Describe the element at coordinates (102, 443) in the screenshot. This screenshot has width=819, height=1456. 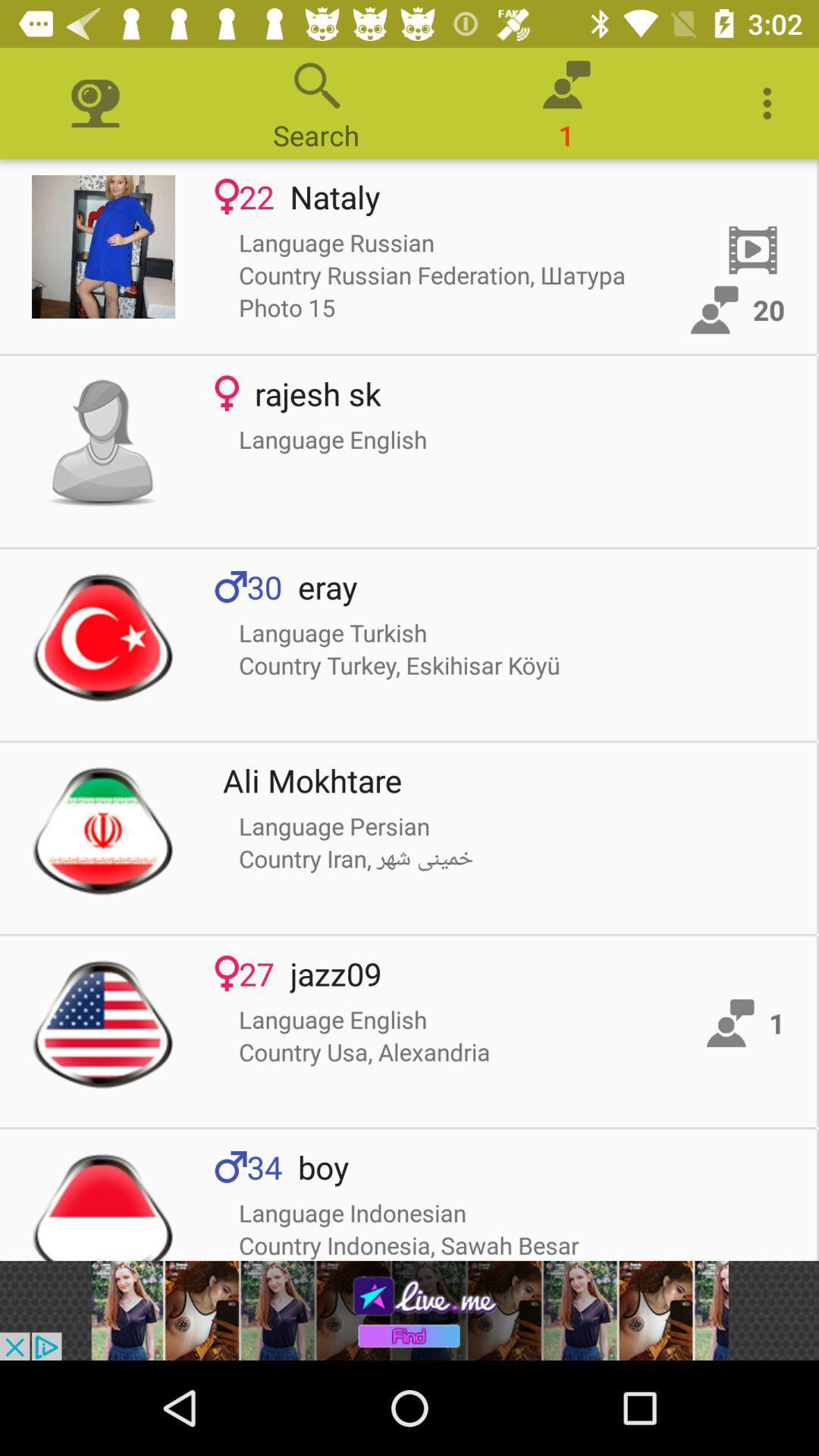
I see `avater icon` at that location.